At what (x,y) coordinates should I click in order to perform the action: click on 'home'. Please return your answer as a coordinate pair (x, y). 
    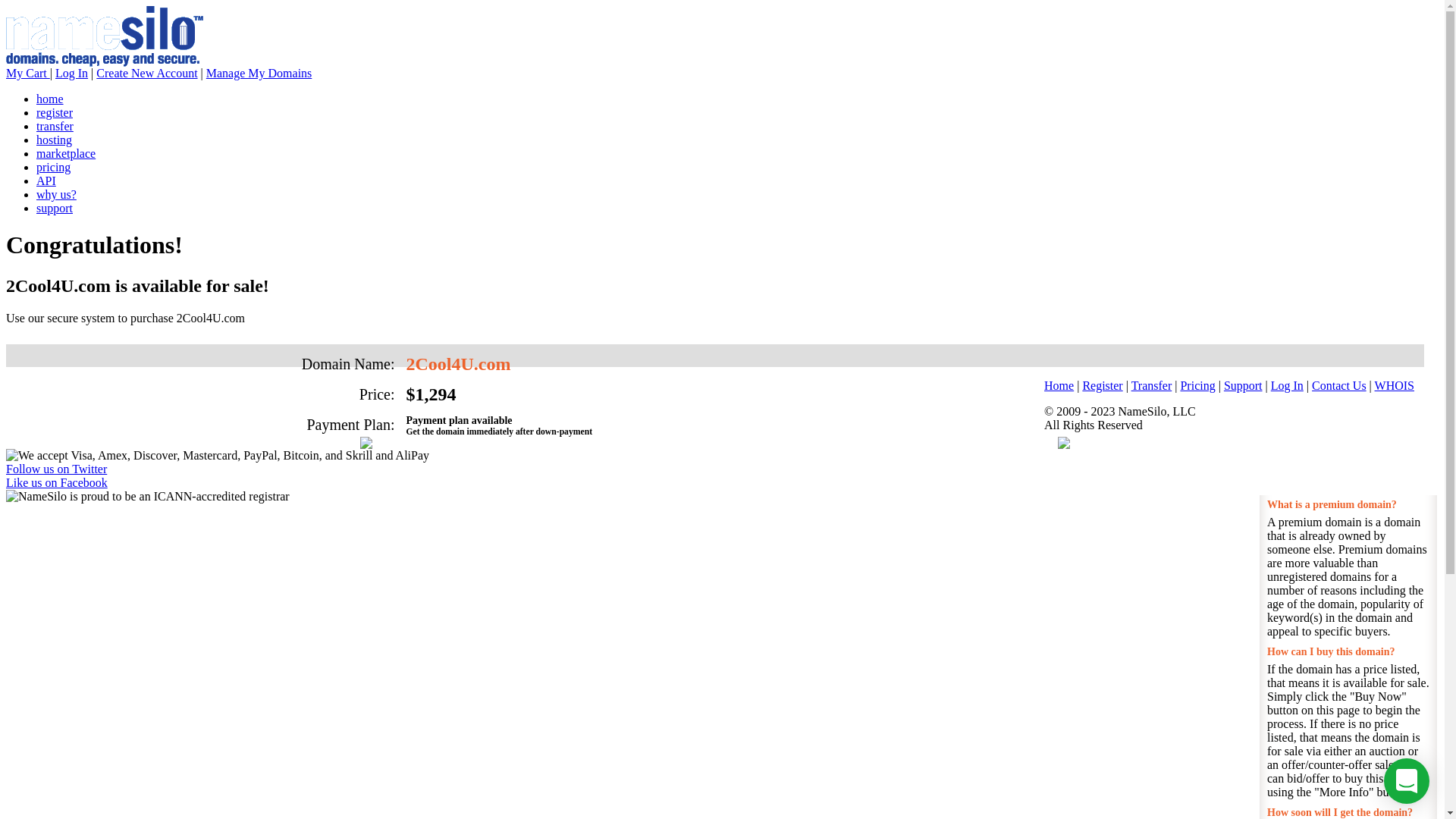
    Looking at the image, I should click on (50, 99).